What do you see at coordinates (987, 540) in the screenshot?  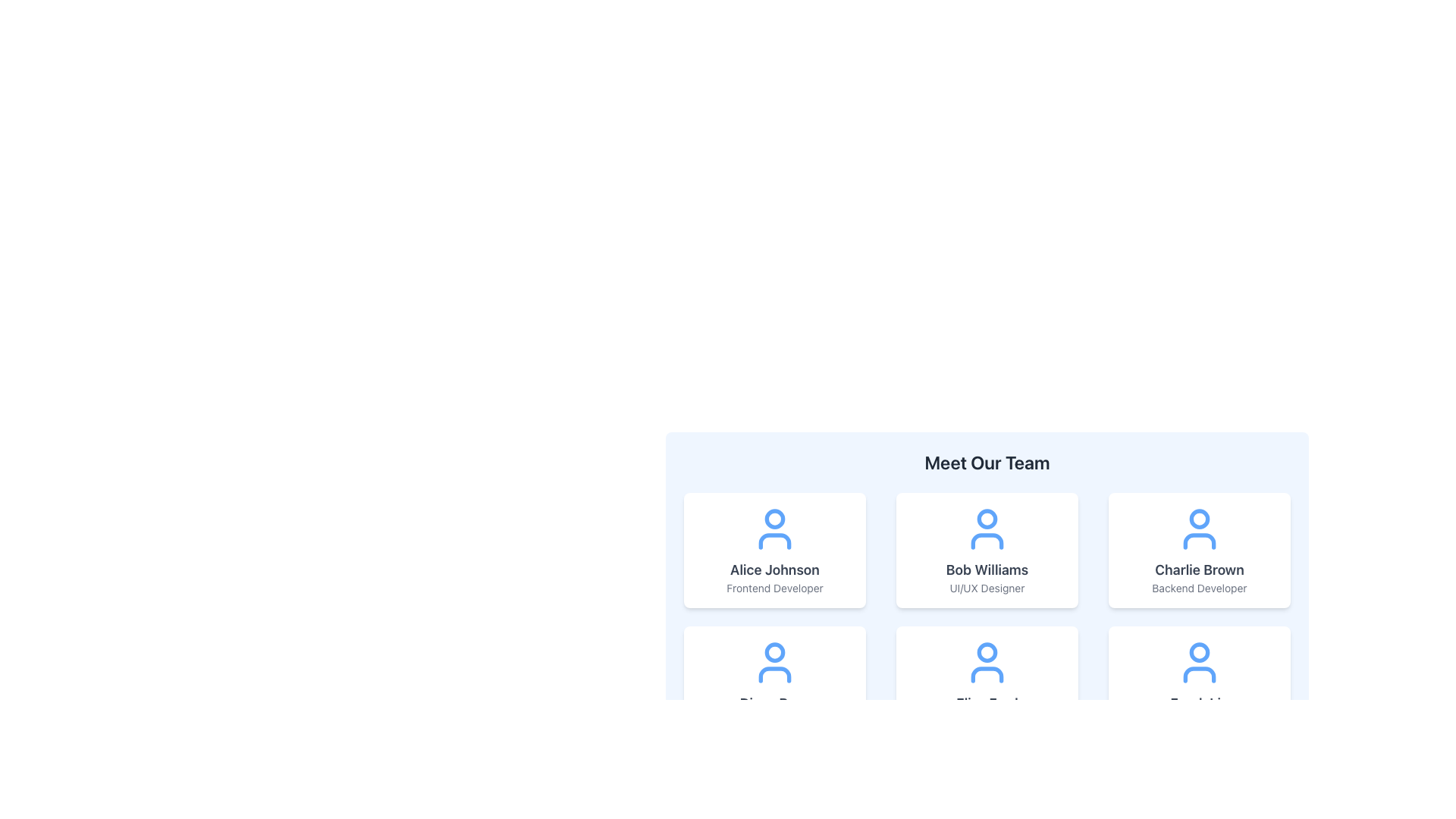 I see `the vector graphic element representing the shoulders or torso of the user icon for team member 'Bob Williams' in the 'Meet Our Team' section` at bounding box center [987, 540].